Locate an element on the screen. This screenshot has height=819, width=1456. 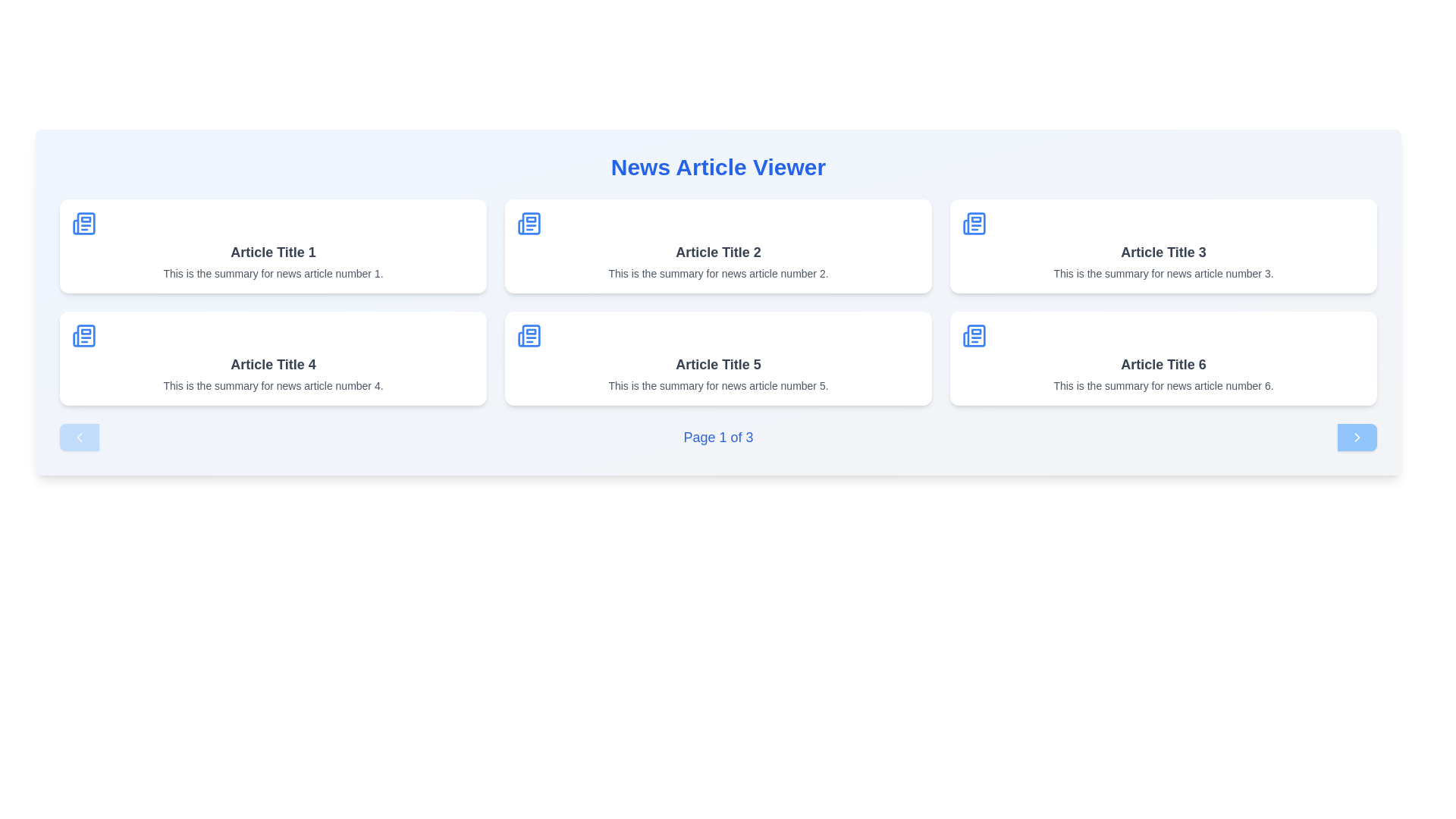
bold text label displaying 'Article Title 3', which is located in the top-right card of a grid layout is located at coordinates (1163, 251).